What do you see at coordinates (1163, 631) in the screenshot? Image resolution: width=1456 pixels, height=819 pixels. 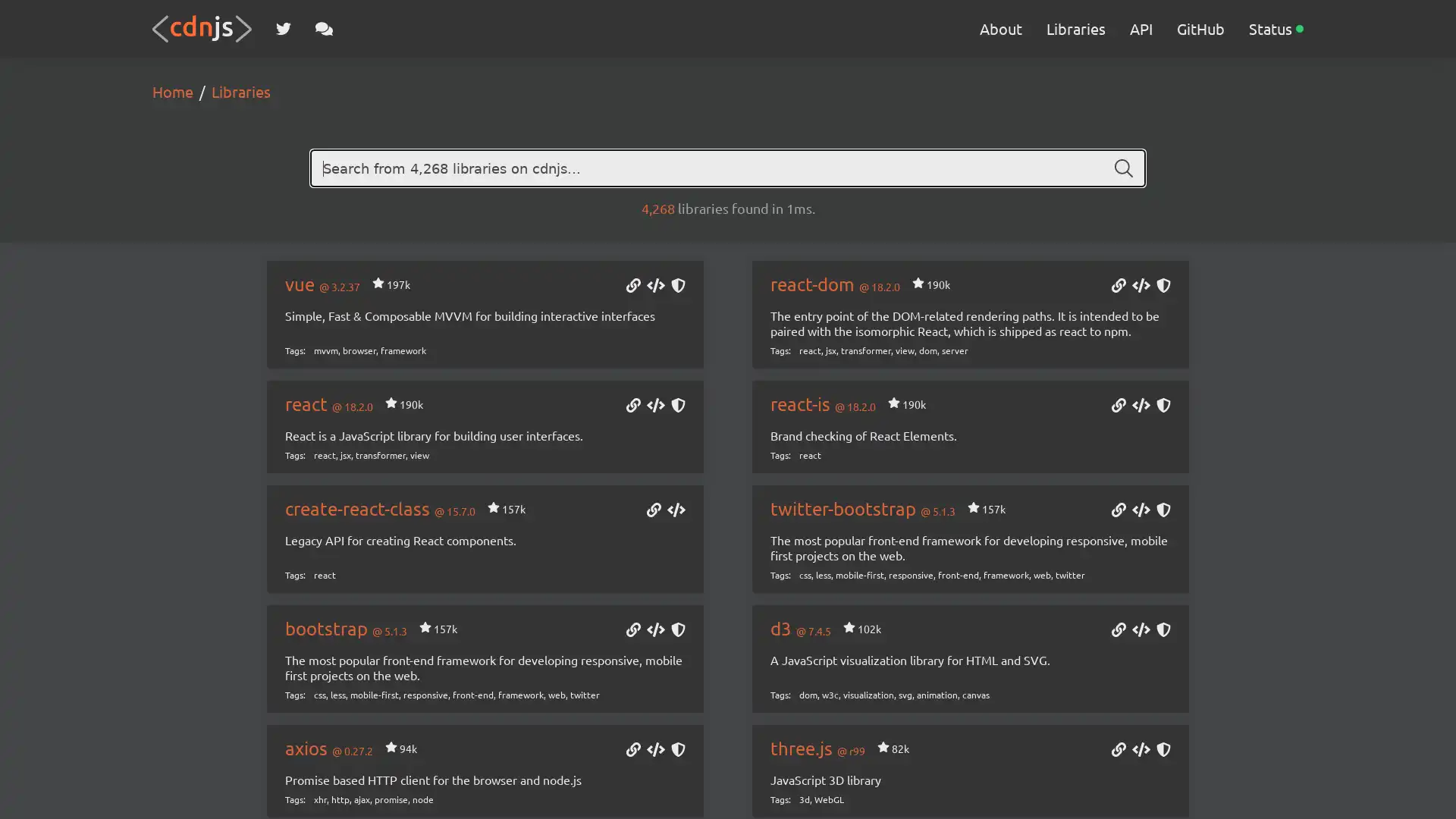 I see `Copy SRI Hash` at bounding box center [1163, 631].